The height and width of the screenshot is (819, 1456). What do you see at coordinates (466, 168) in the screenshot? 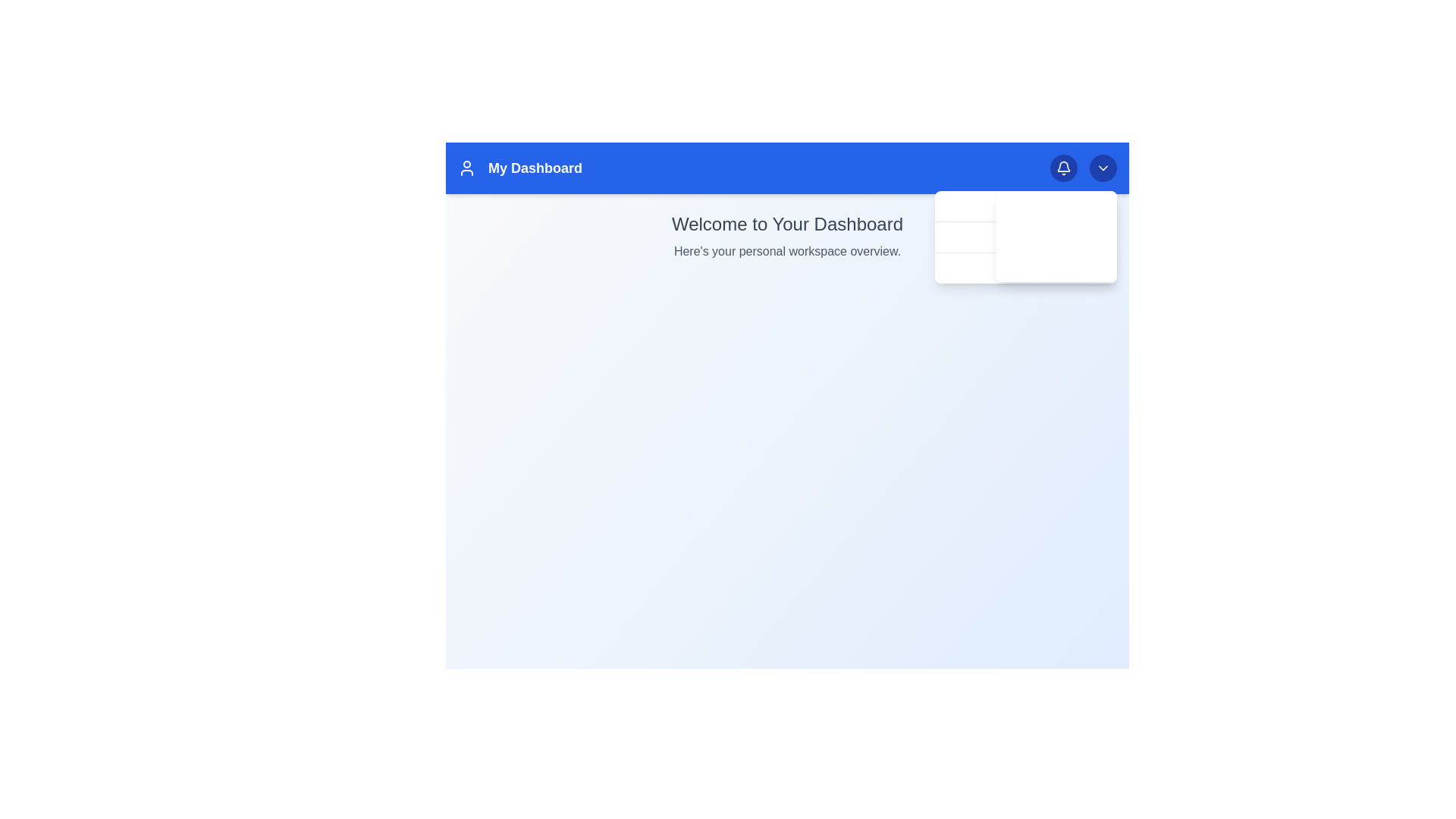
I see `the user icon, which is a white outlined figure of a person on a blue background, located to the left of the 'My Dashboard' text label in the header bar` at bounding box center [466, 168].